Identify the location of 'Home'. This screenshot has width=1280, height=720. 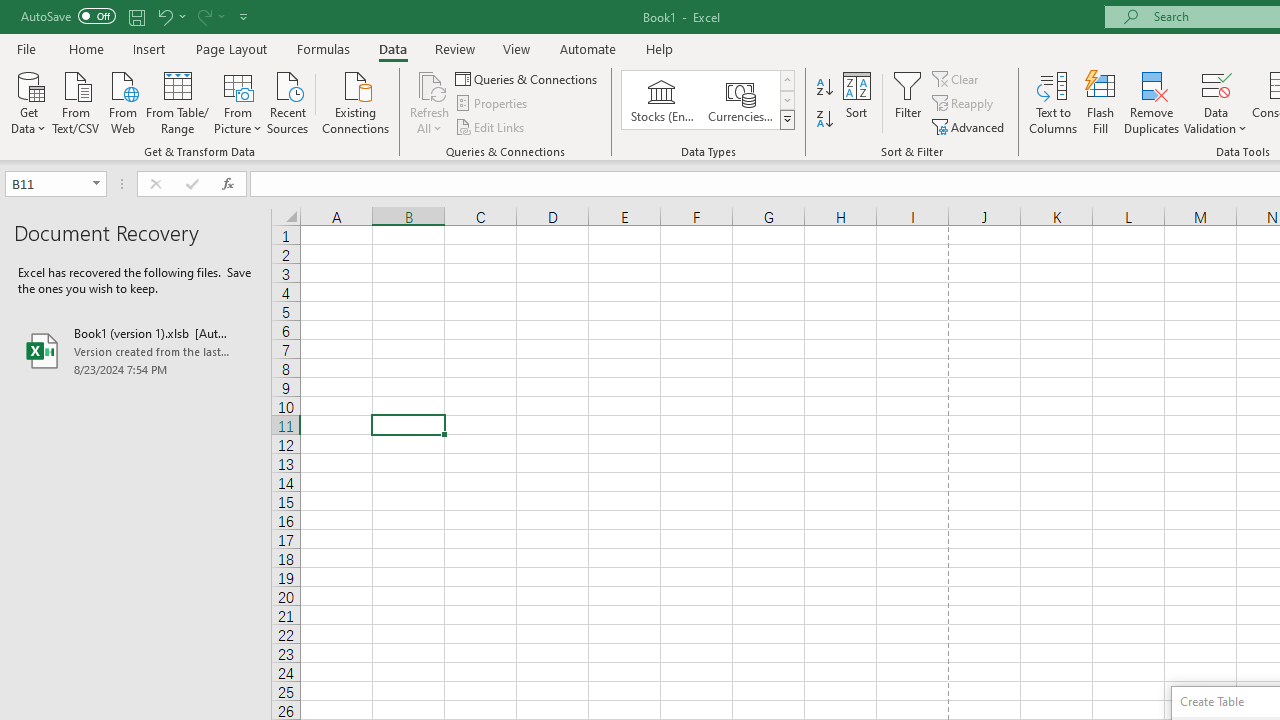
(85, 48).